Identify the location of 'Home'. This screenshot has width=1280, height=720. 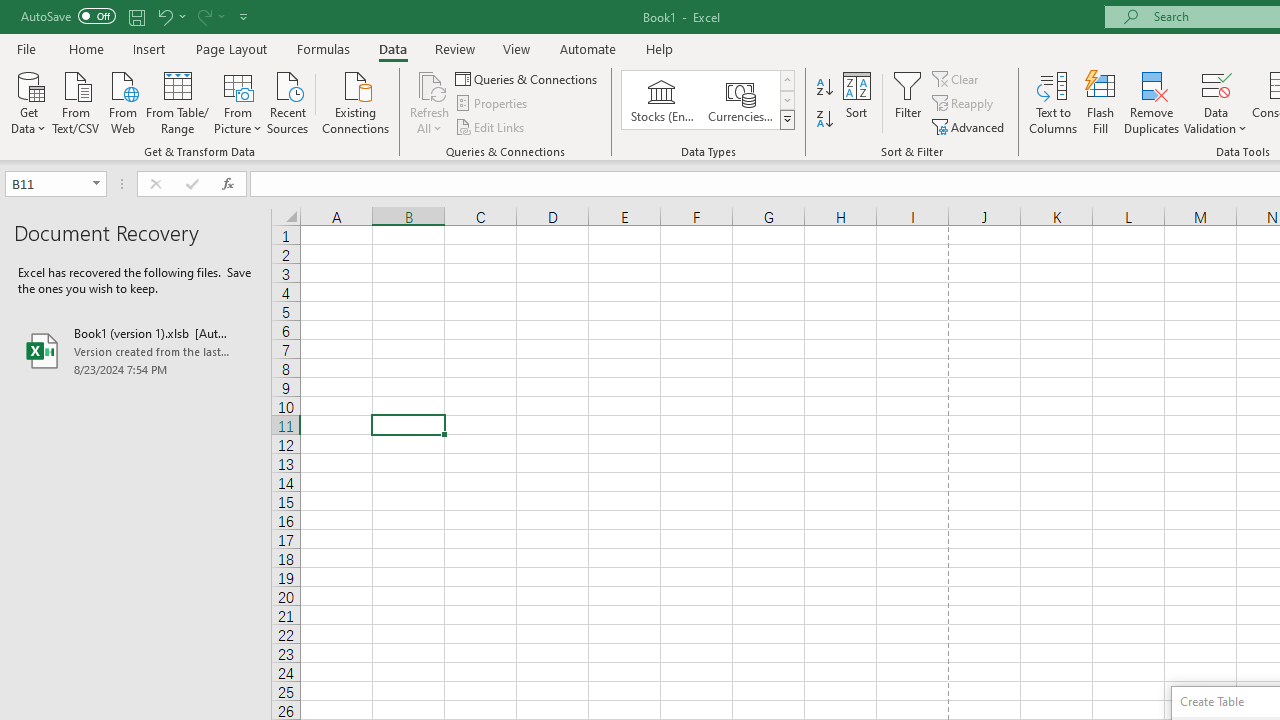
(85, 48).